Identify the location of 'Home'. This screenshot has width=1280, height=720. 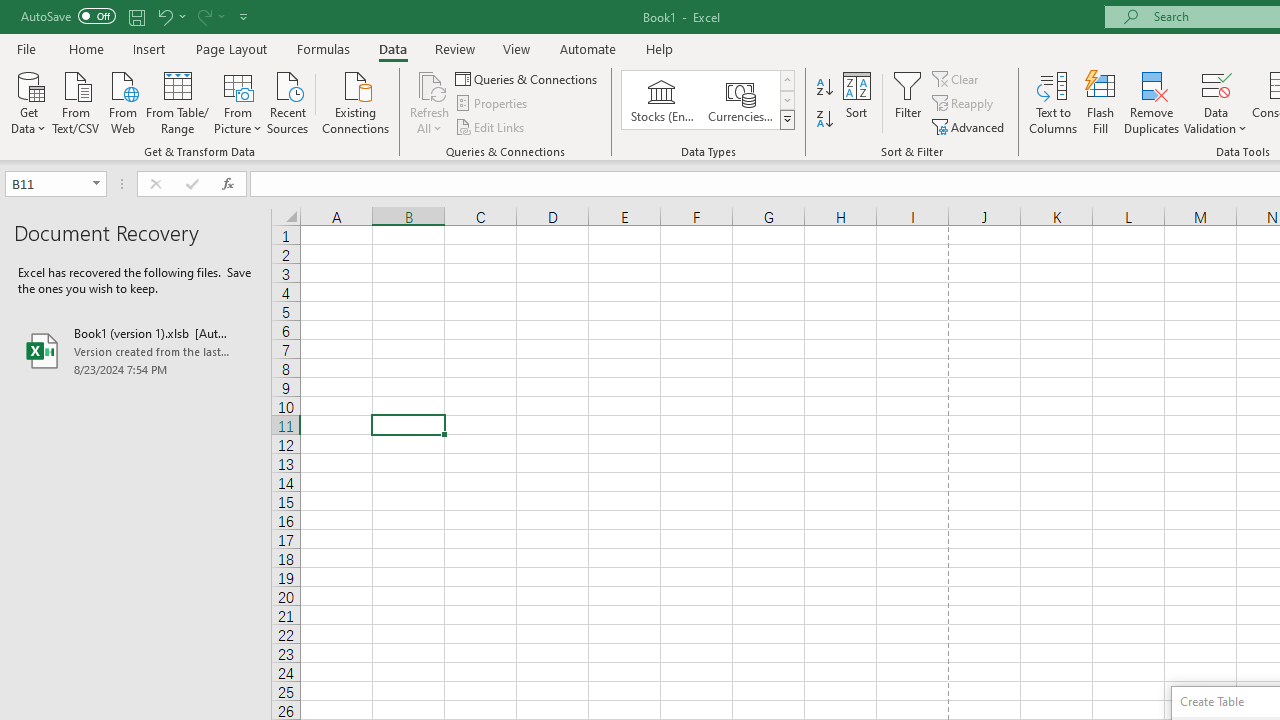
(85, 48).